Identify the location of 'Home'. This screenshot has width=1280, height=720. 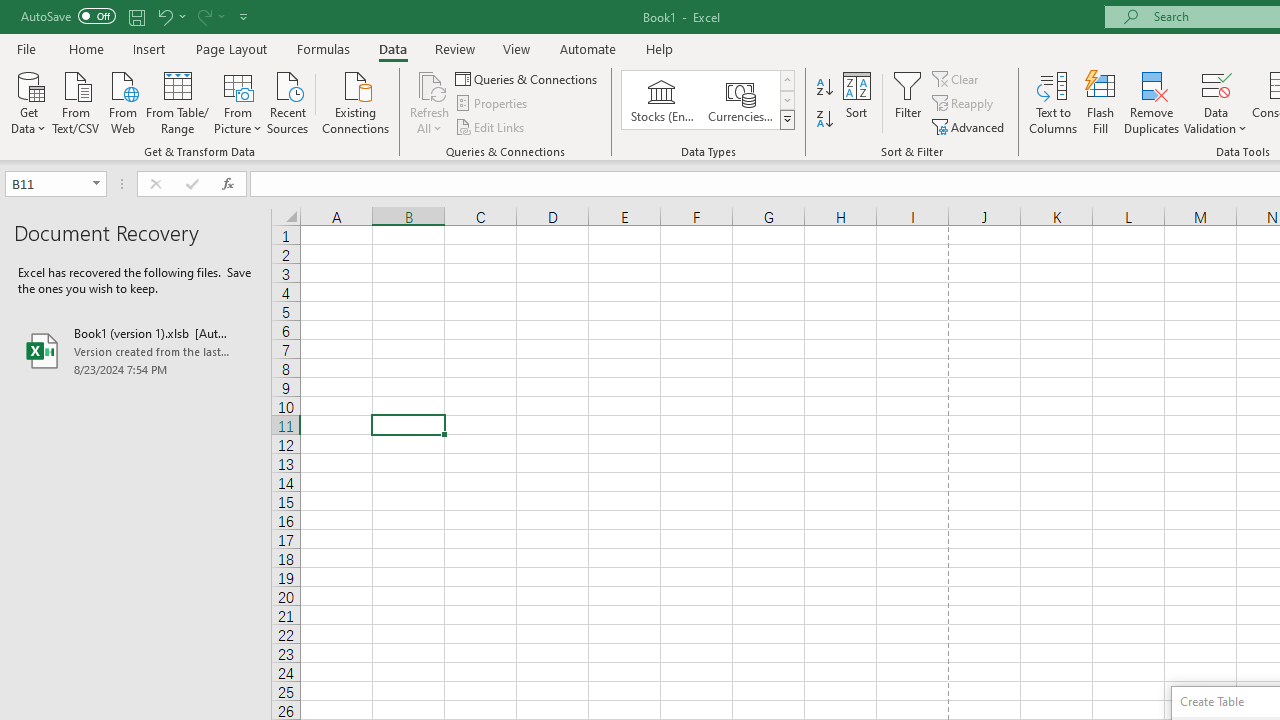
(85, 48).